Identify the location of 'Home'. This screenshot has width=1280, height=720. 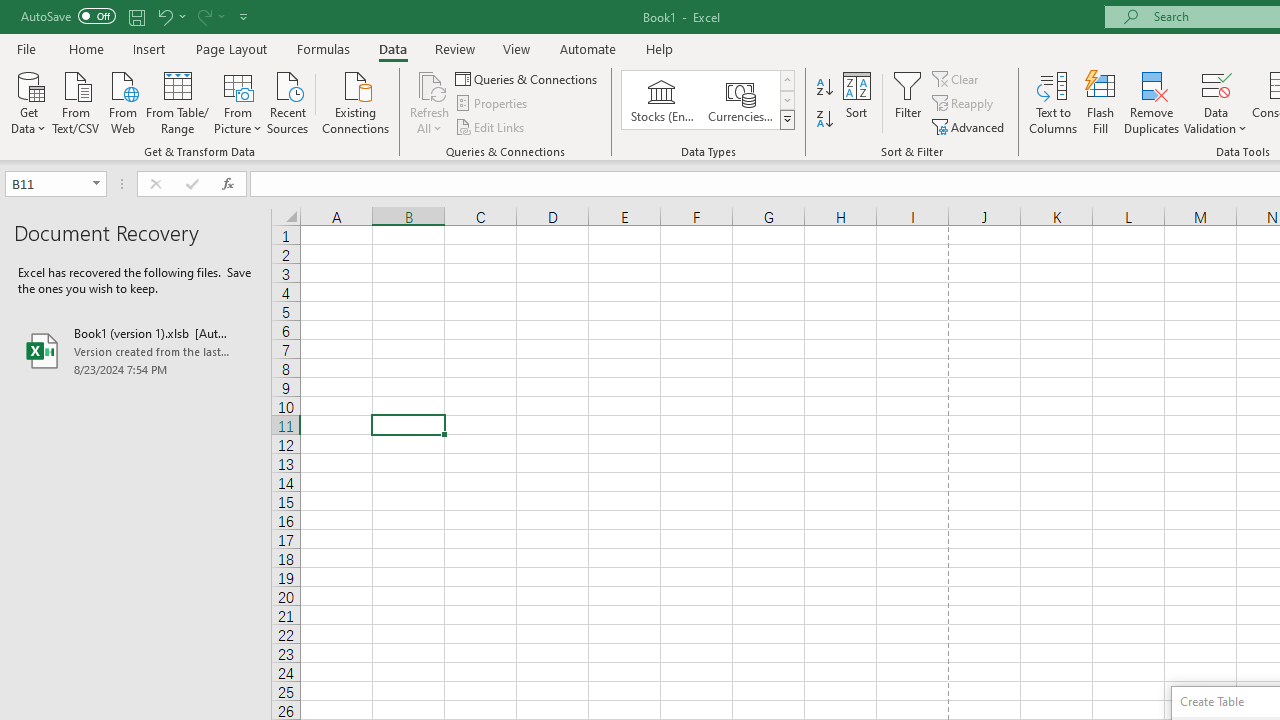
(85, 48).